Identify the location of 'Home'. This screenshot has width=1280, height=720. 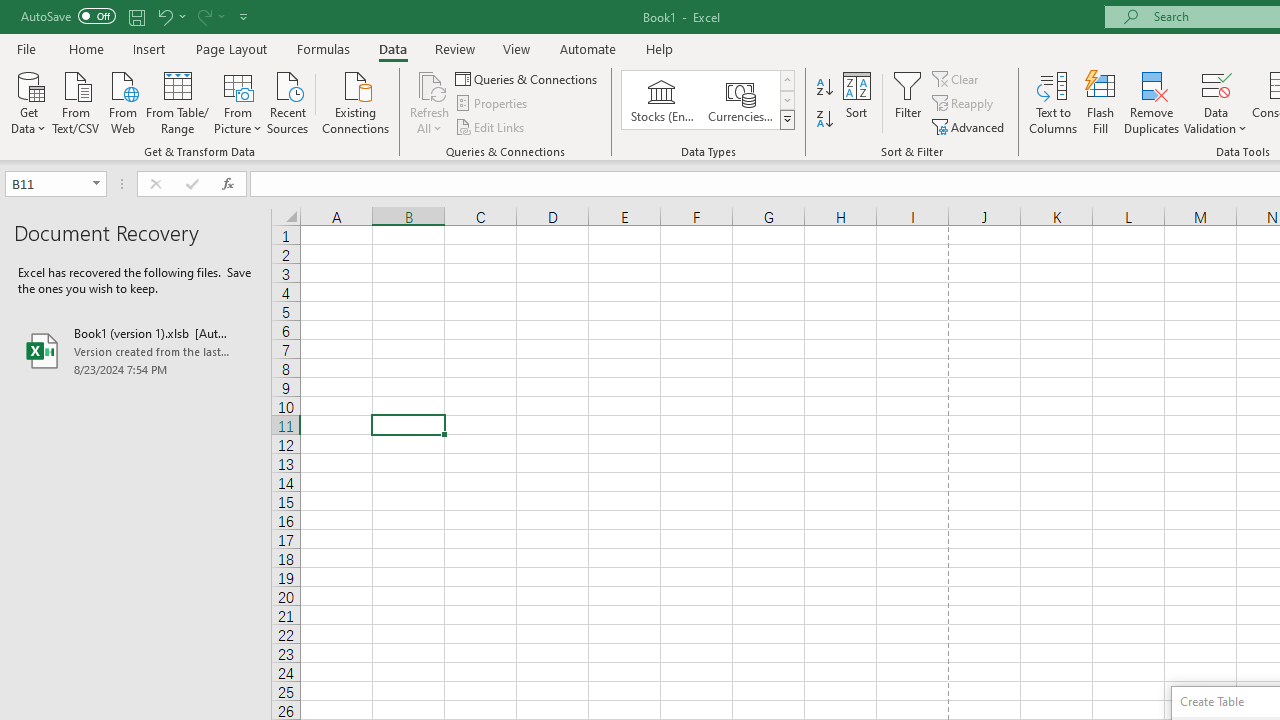
(85, 48).